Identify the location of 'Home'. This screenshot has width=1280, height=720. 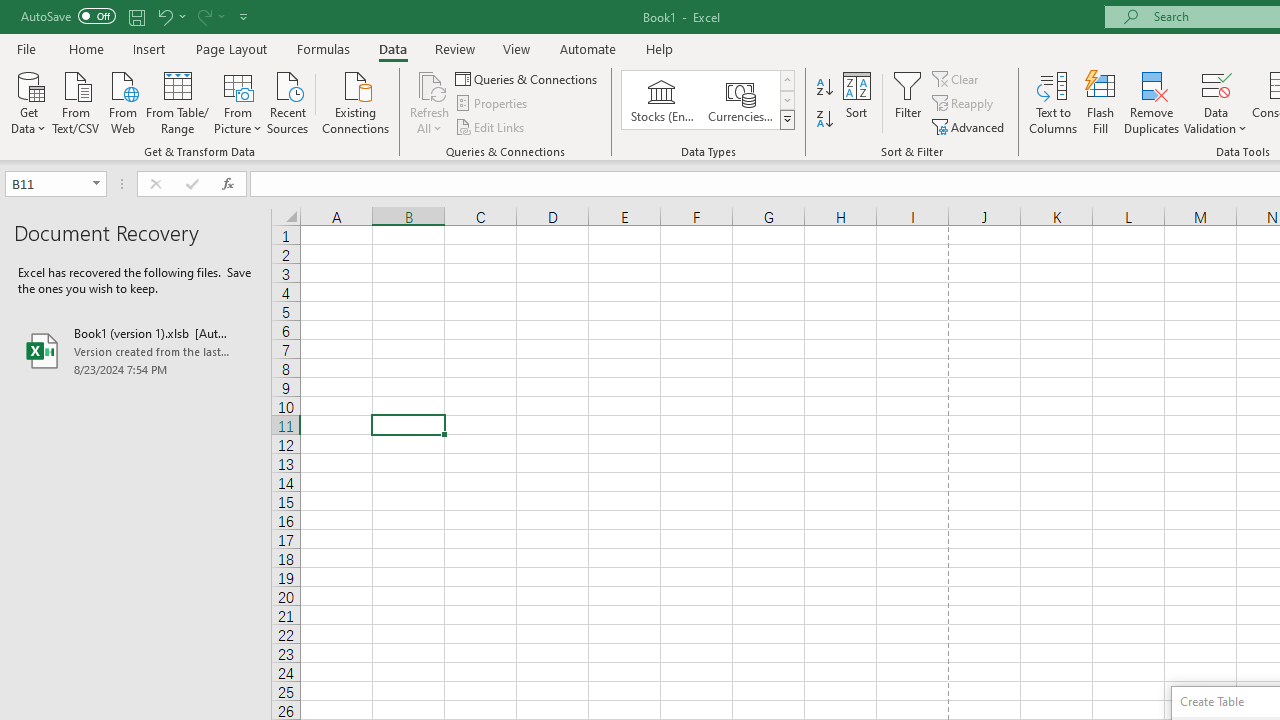
(85, 48).